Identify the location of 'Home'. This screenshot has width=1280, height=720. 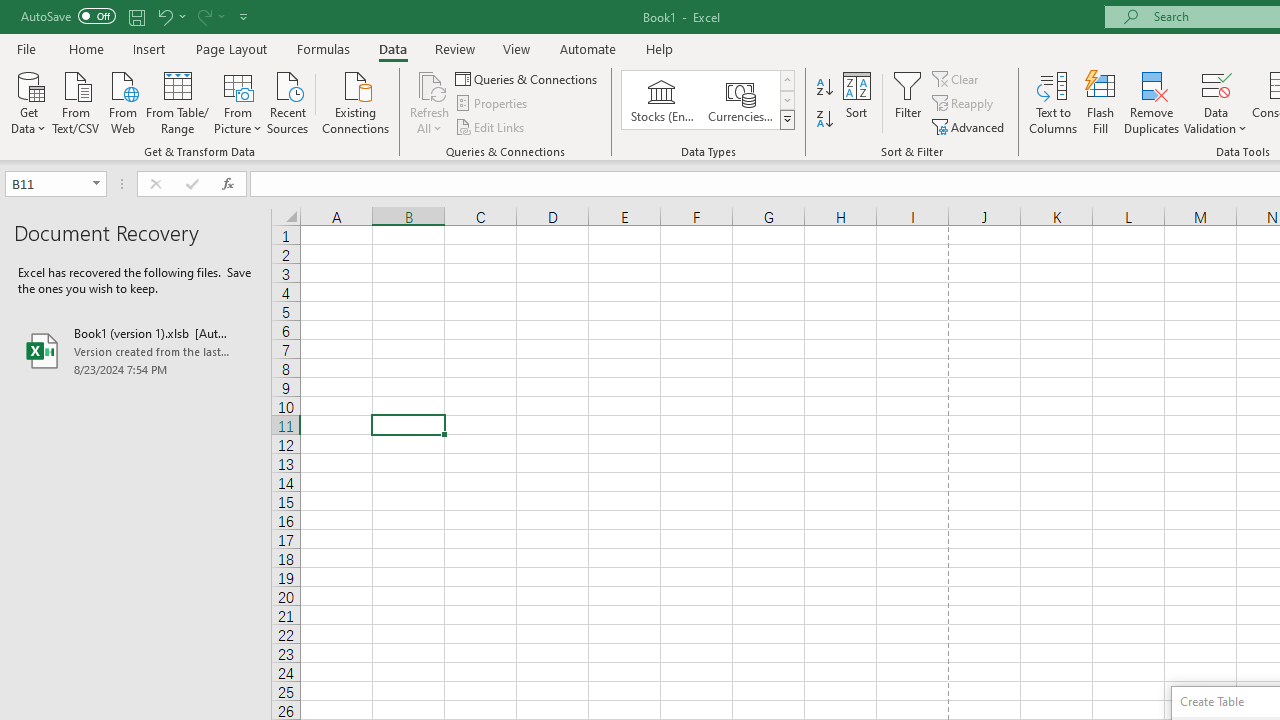
(85, 48).